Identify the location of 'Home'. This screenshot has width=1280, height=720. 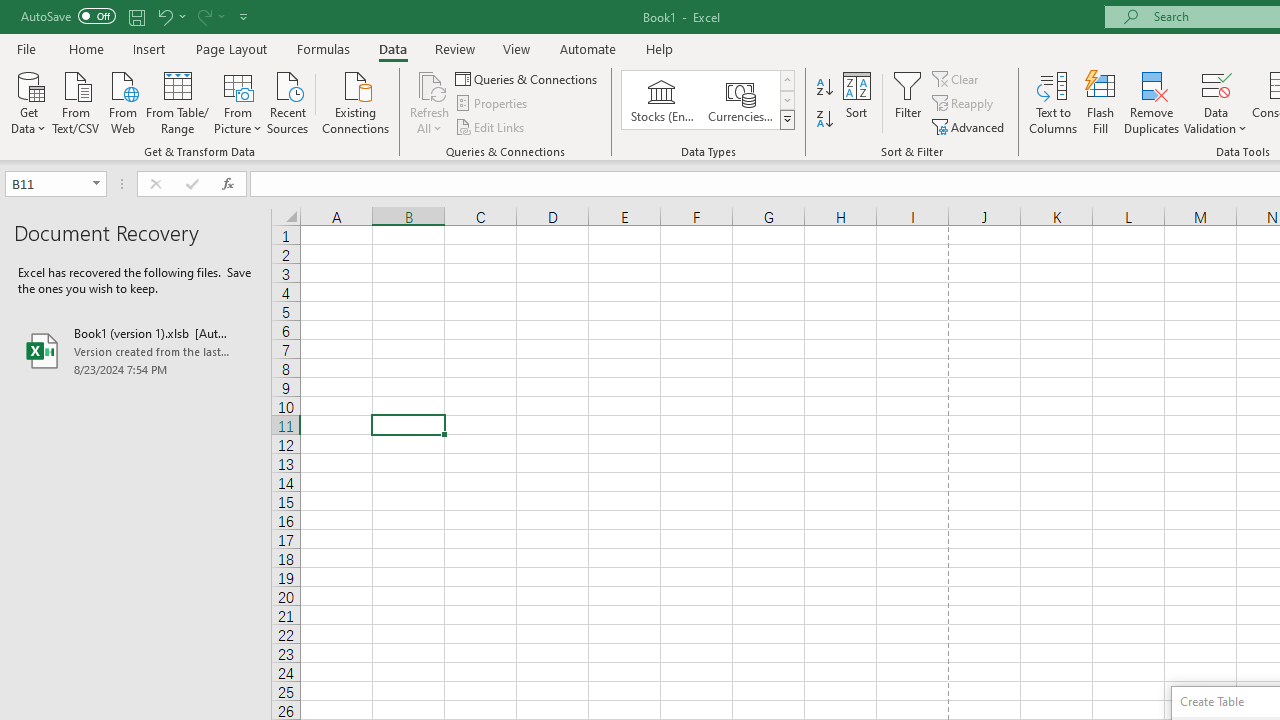
(85, 48).